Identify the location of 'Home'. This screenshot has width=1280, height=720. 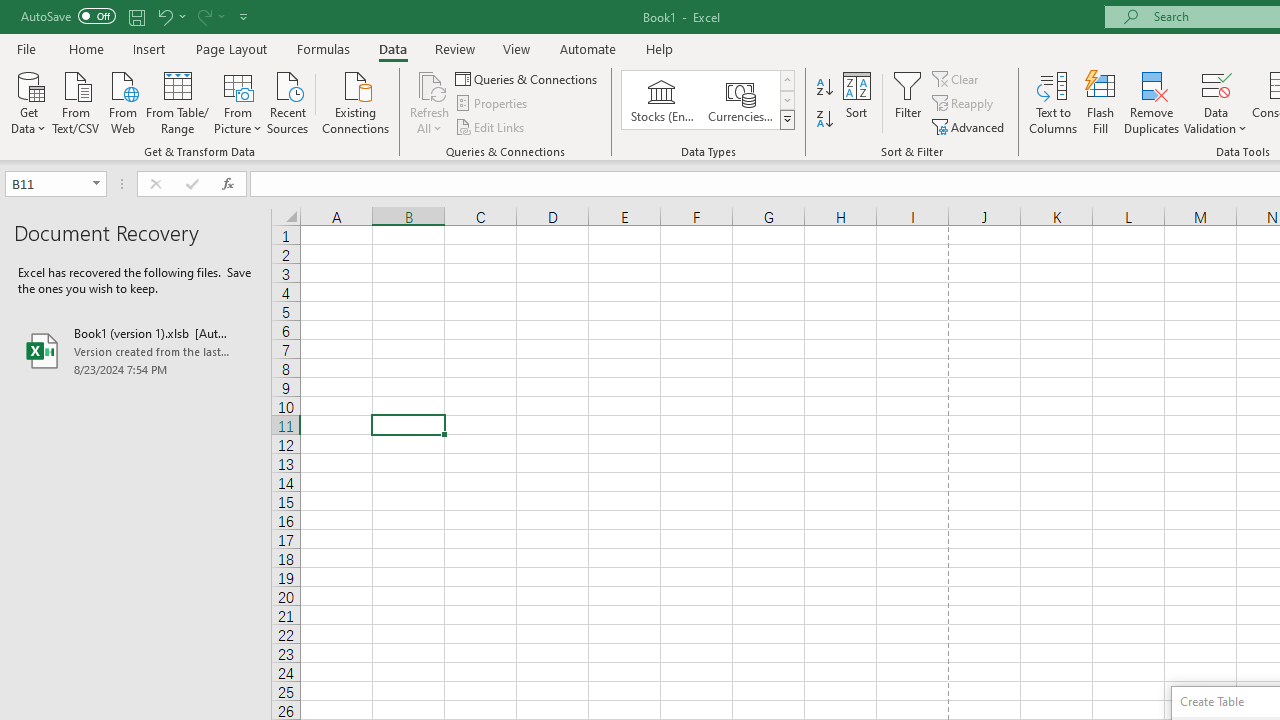
(85, 48).